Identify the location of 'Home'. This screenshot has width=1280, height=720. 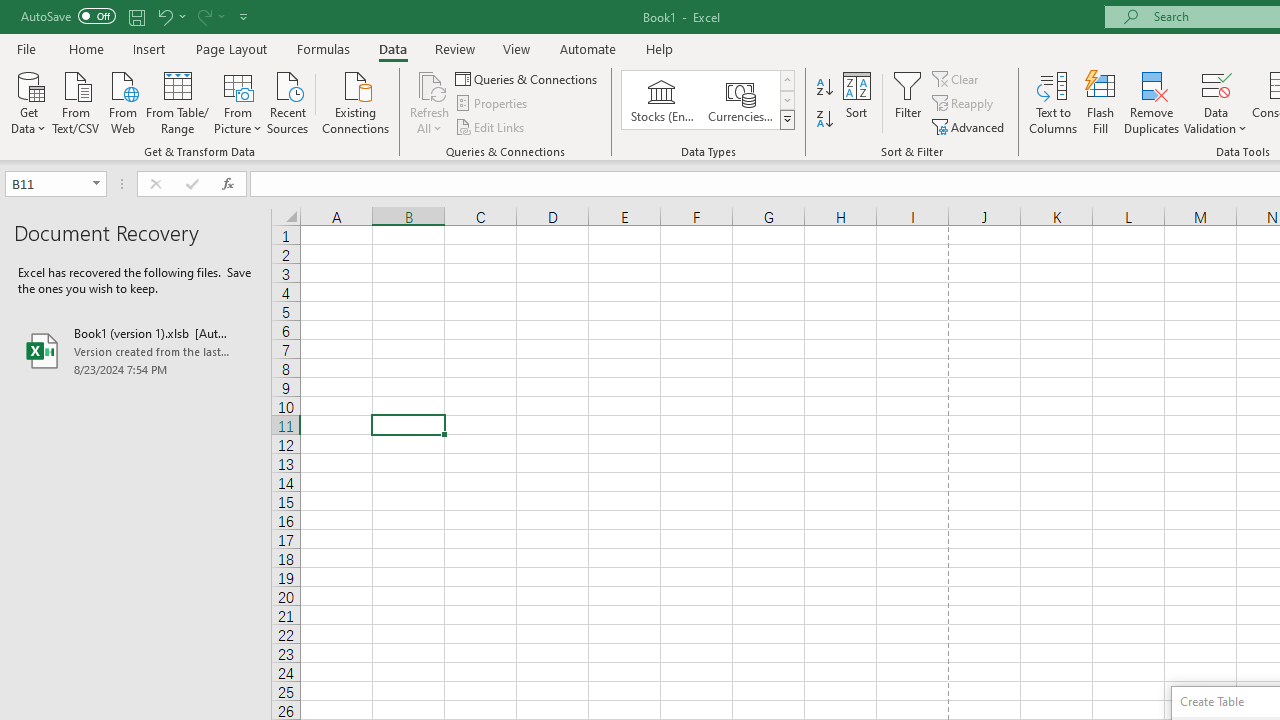
(85, 48).